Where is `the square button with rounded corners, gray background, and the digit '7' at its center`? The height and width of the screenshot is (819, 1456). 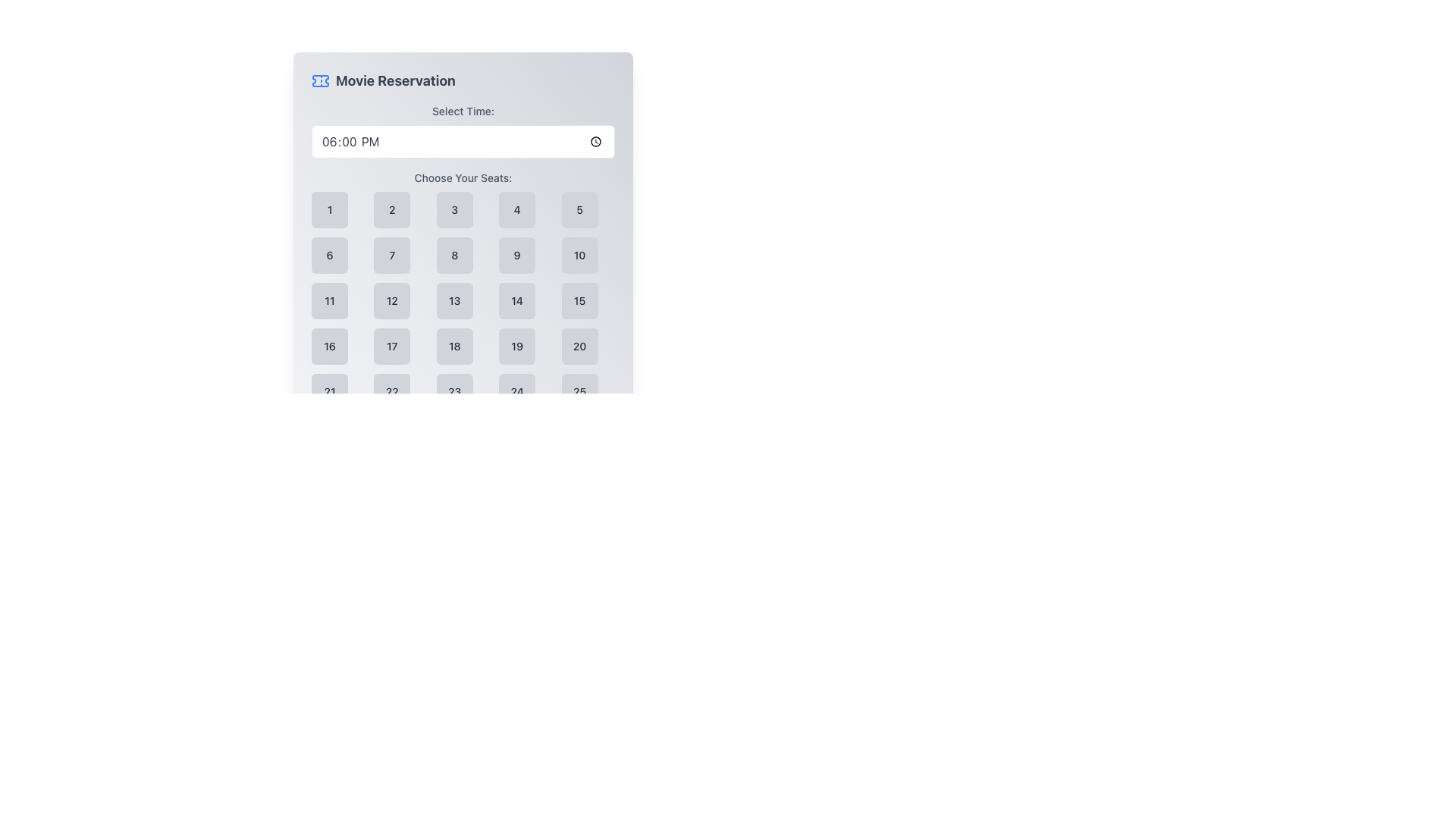 the square button with rounded corners, gray background, and the digit '7' at its center is located at coordinates (392, 254).